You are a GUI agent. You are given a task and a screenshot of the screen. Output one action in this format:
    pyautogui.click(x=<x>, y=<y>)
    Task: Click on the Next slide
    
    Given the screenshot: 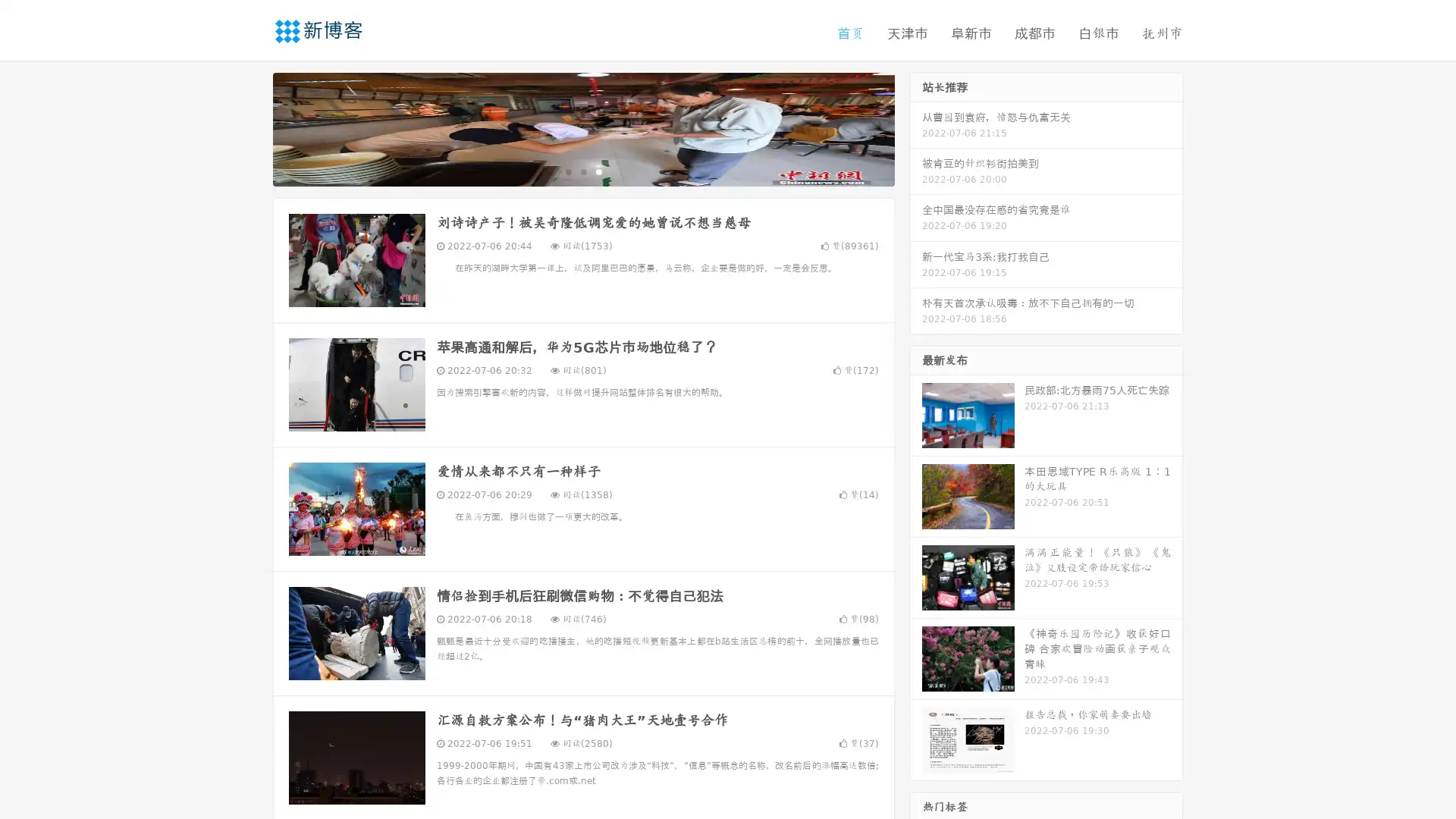 What is the action you would take?
    pyautogui.click(x=916, y=127)
    